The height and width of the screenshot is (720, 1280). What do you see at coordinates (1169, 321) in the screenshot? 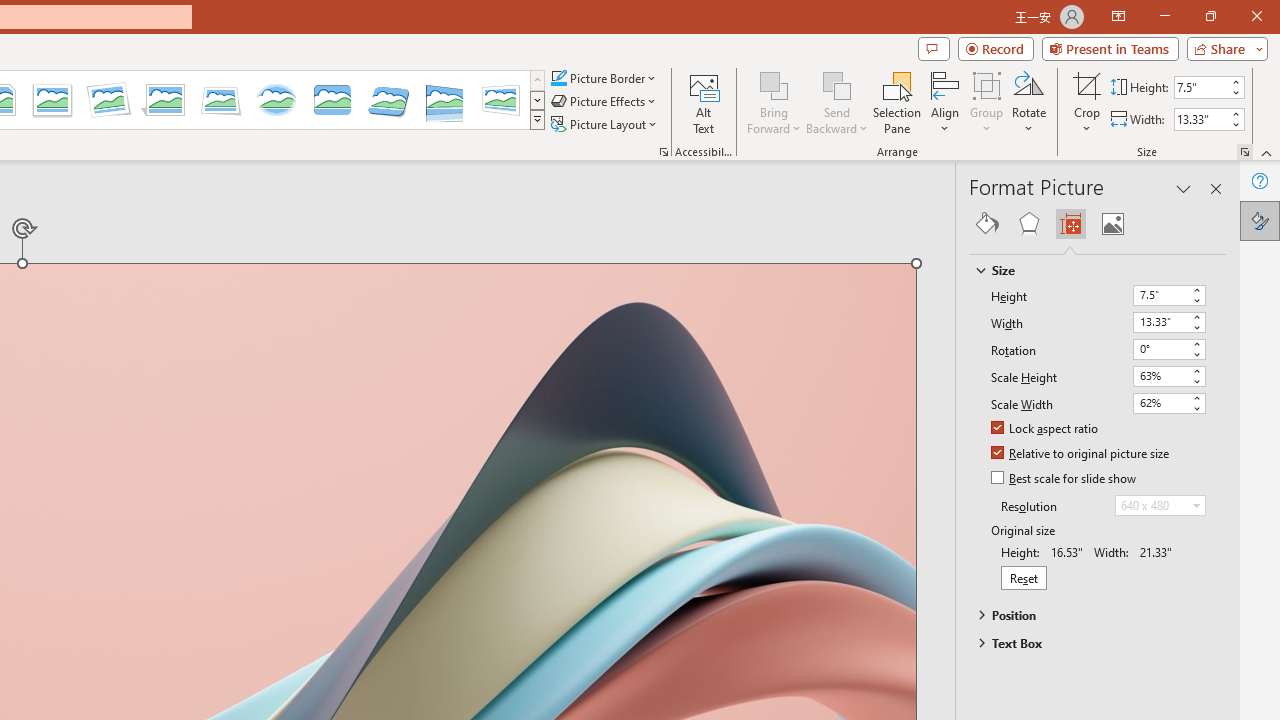
I see `'Width'` at bounding box center [1169, 321].